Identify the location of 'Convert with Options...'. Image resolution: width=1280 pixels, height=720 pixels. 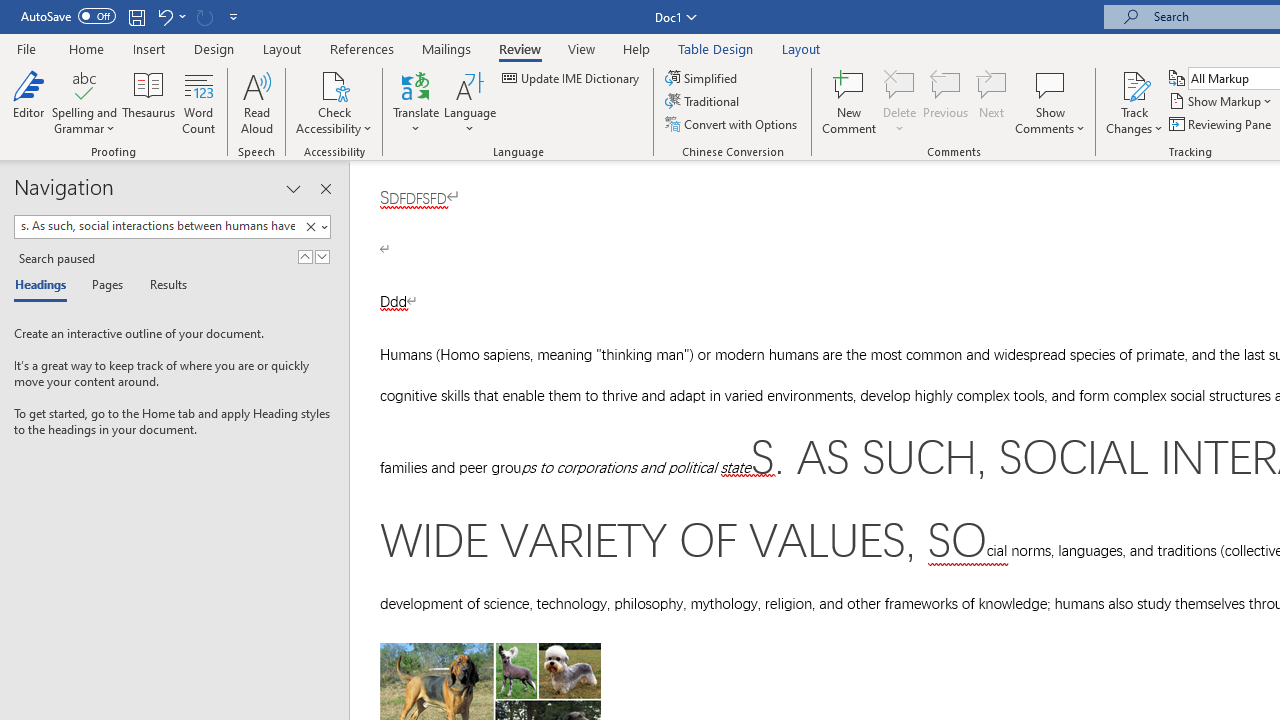
(731, 124).